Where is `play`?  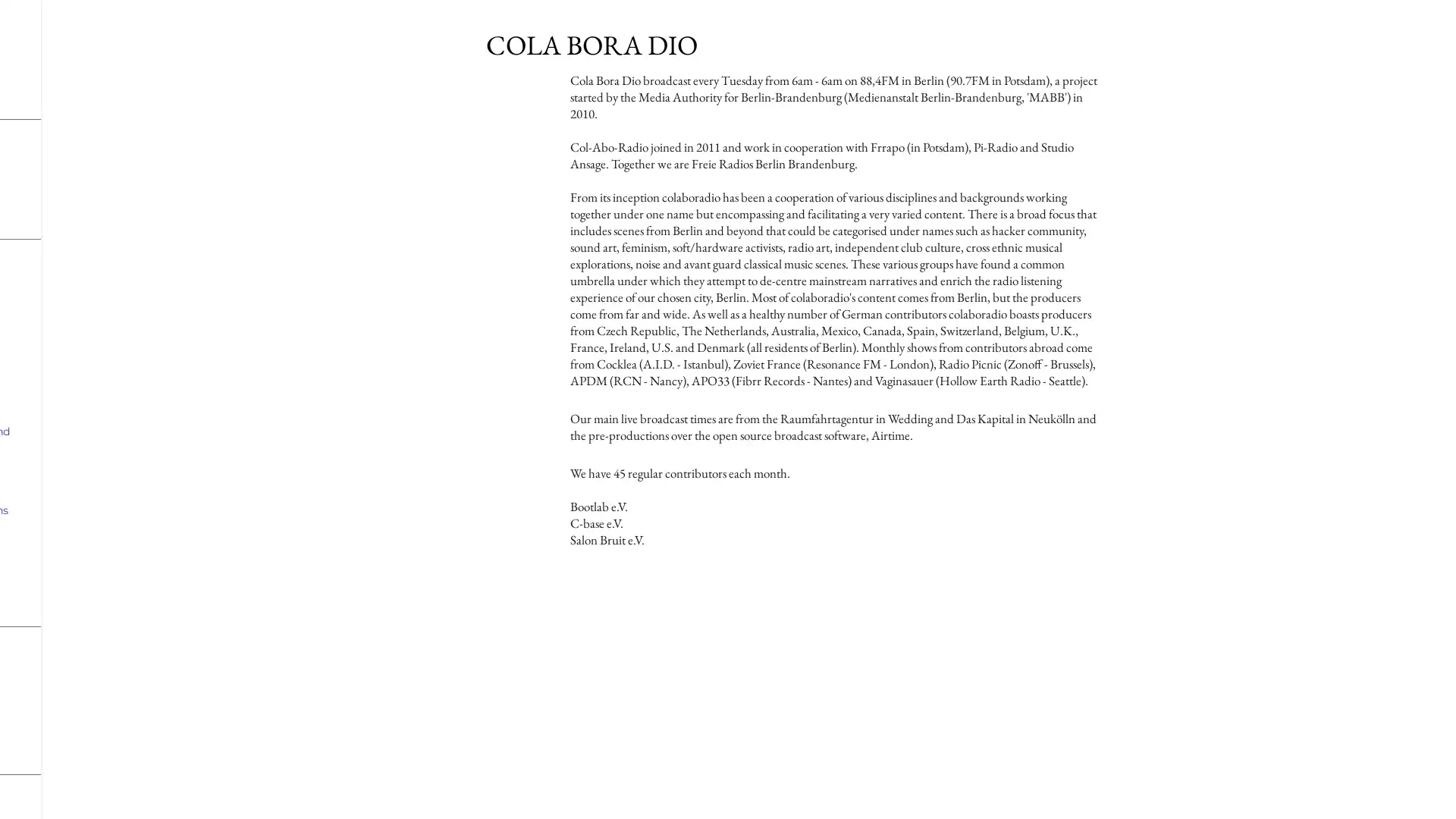
play is located at coordinates (50, 184).